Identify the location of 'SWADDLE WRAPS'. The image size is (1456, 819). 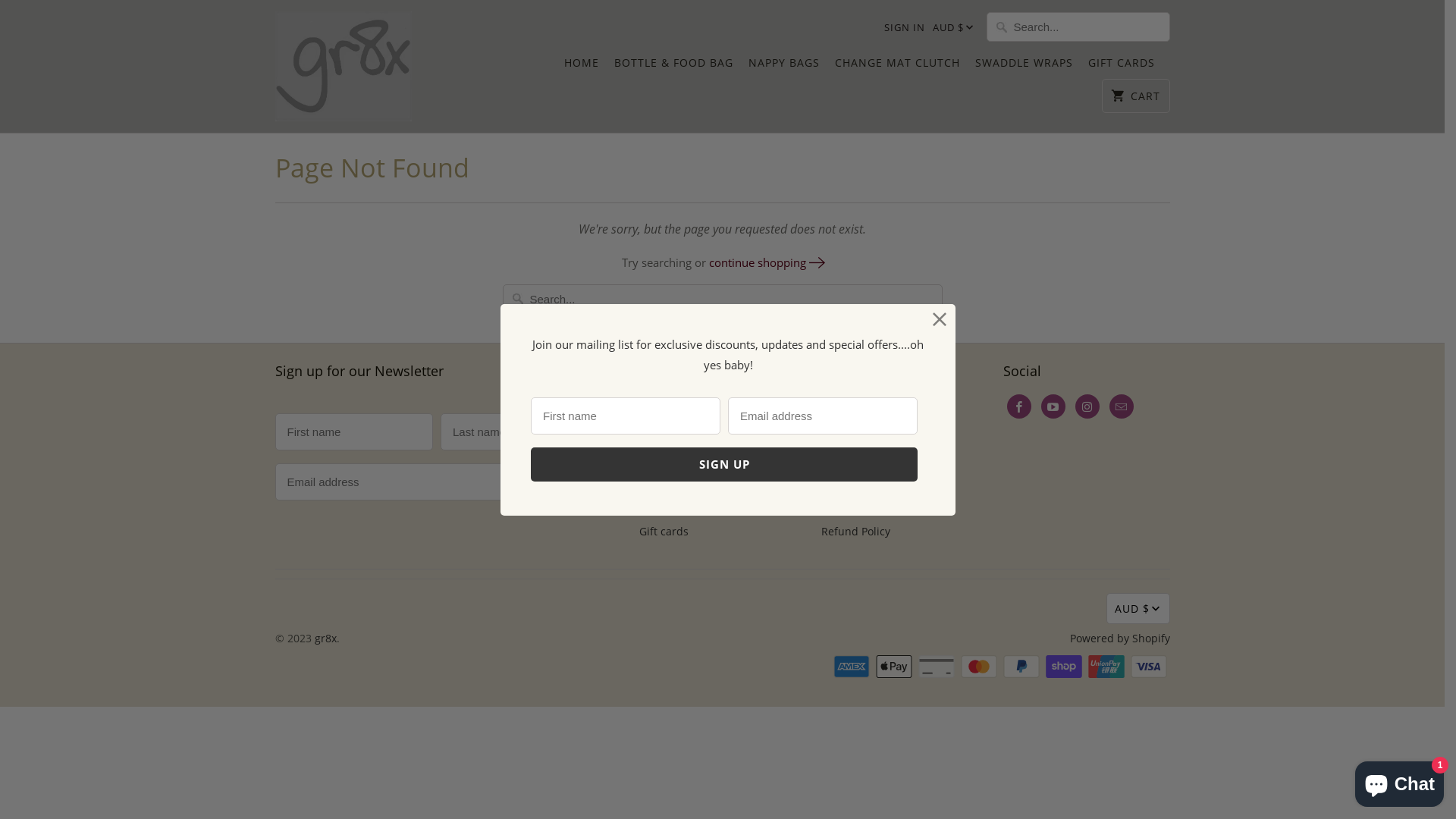
(1024, 66).